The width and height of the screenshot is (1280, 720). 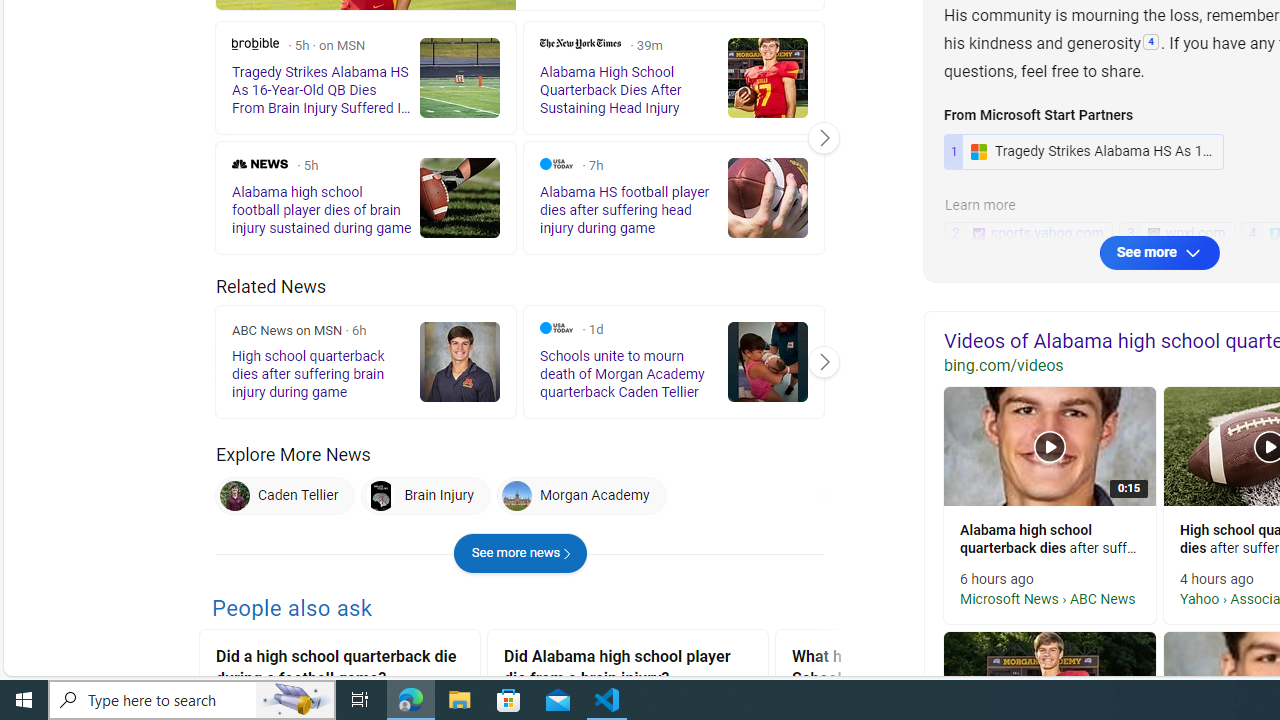 I want to click on 'Did a high school quarterback die during a football game?', so click(x=339, y=670).